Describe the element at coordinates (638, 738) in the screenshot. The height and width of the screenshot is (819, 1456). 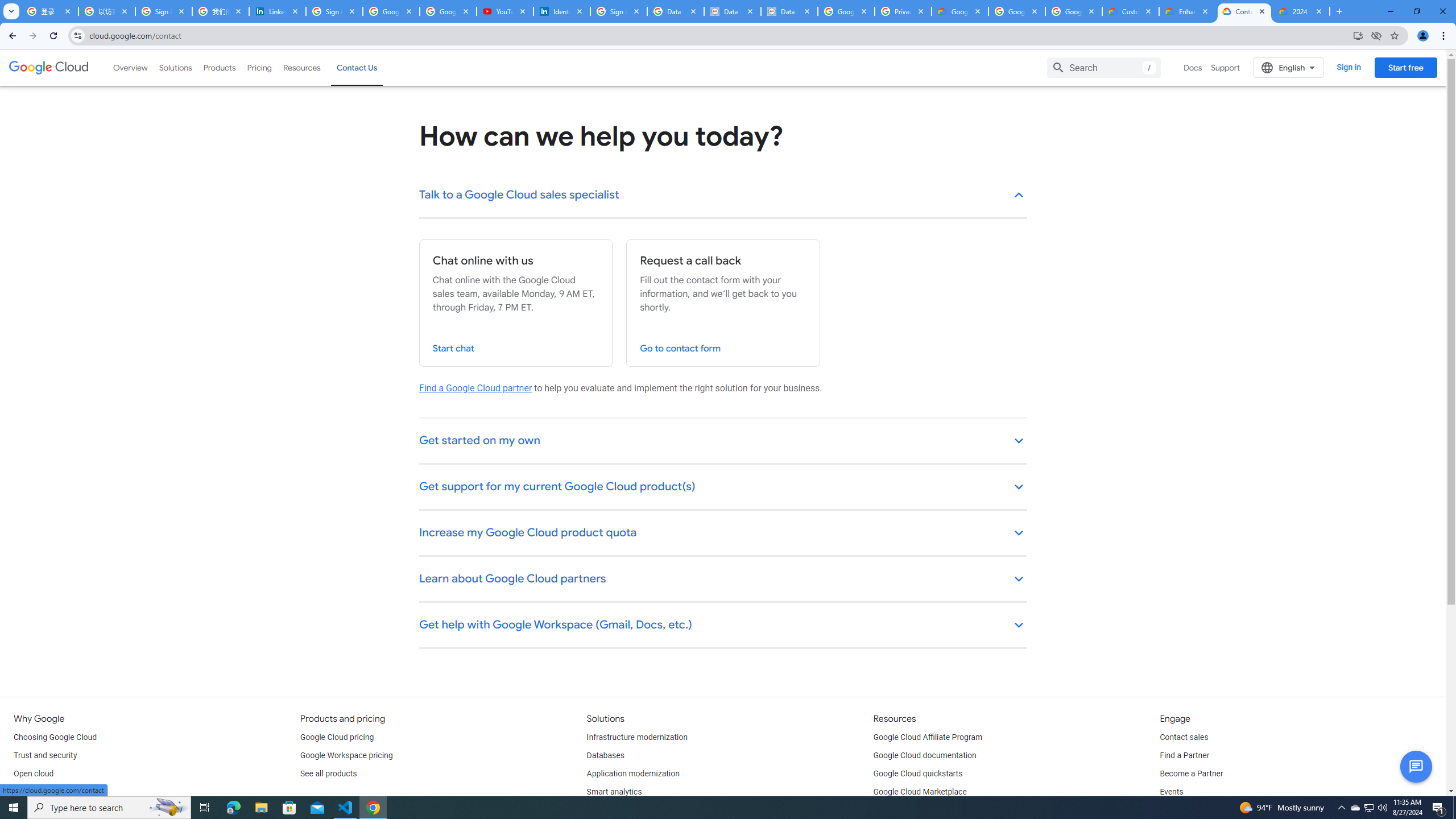
I see `'Infrastructure modernization'` at that location.